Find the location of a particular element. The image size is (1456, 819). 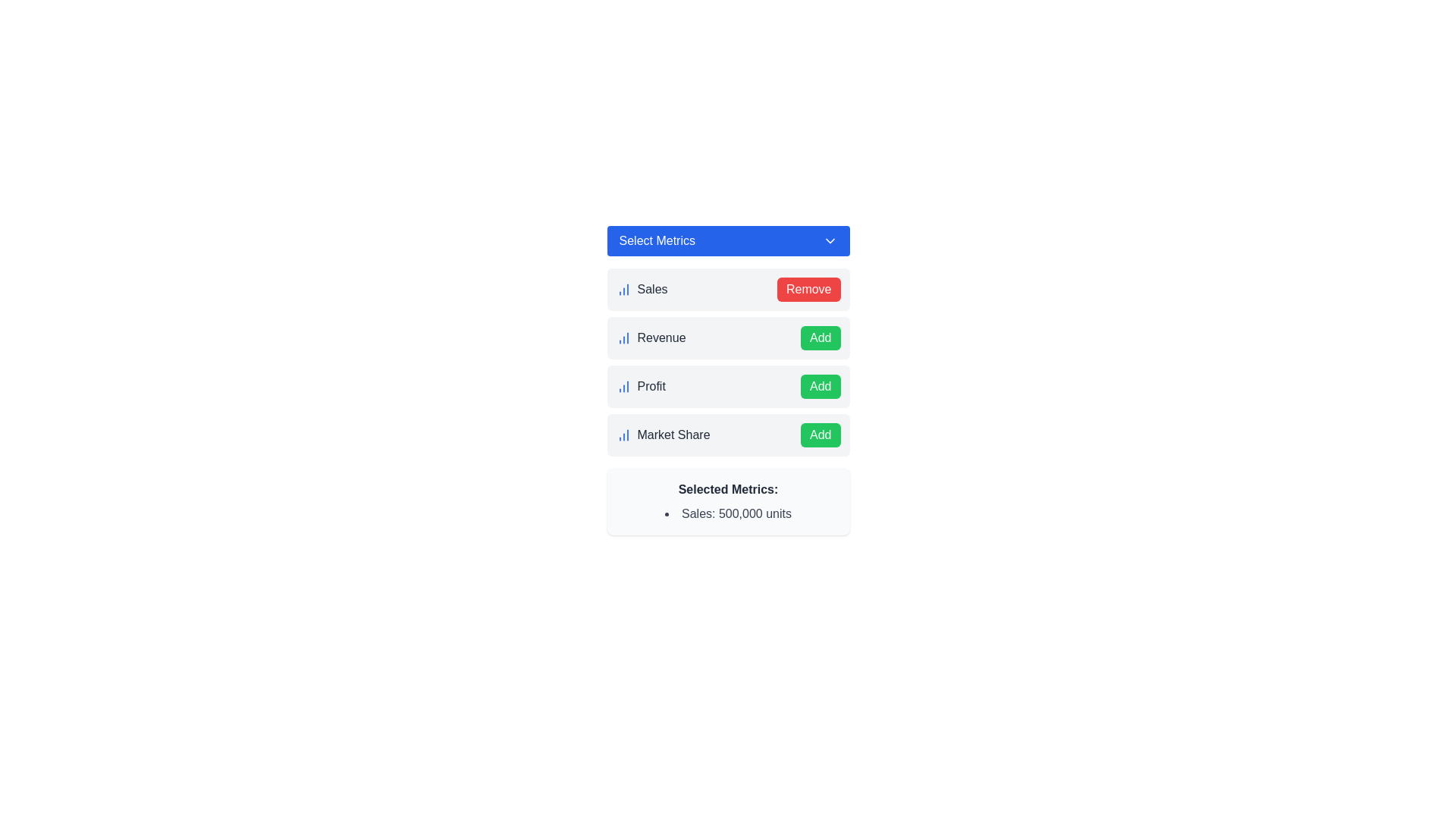

the 'Revenue' list item with a selection button, which is the second item is located at coordinates (728, 337).